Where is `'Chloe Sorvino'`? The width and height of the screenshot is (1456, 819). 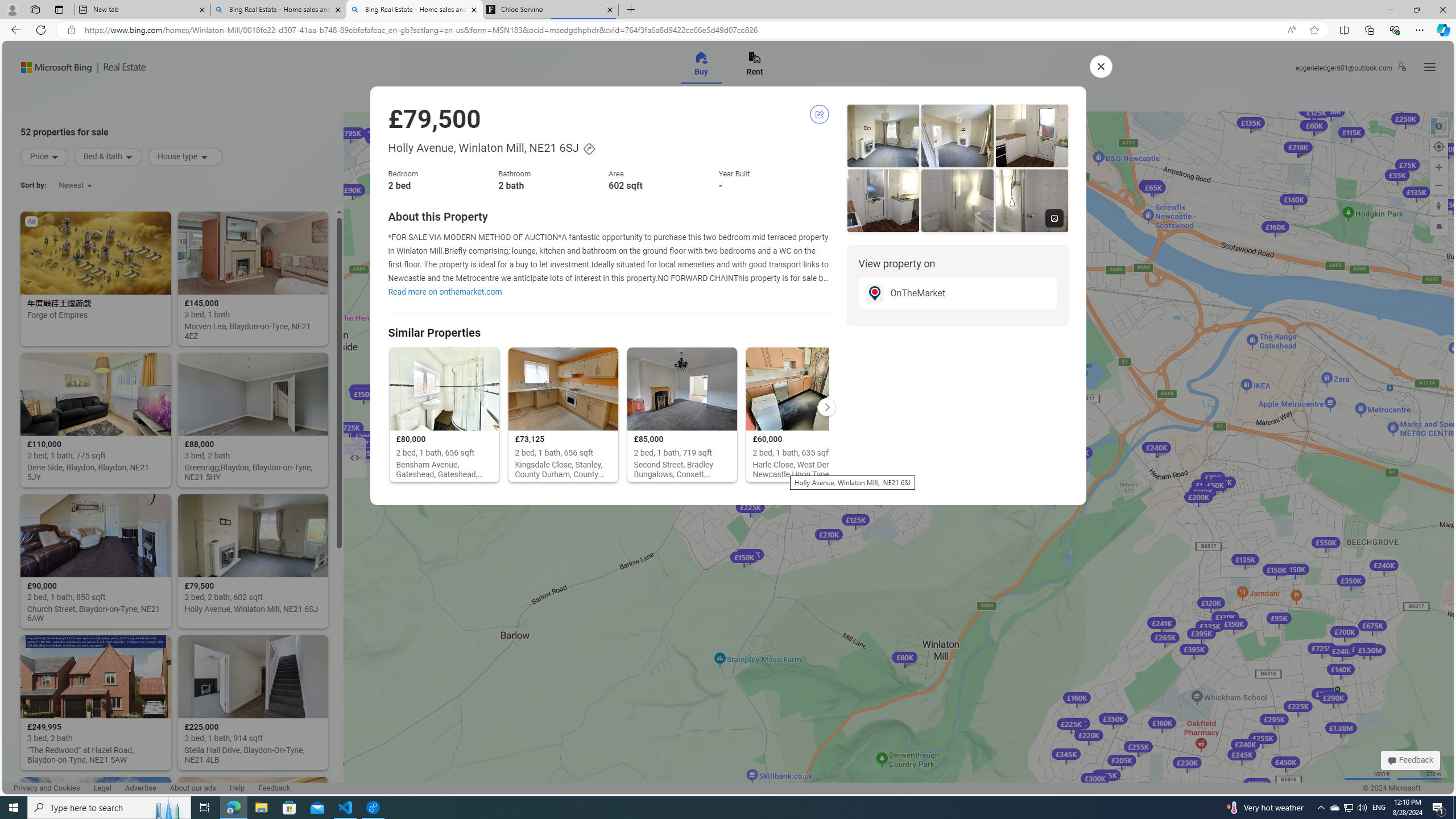 'Chloe Sorvino' is located at coordinates (549, 9).